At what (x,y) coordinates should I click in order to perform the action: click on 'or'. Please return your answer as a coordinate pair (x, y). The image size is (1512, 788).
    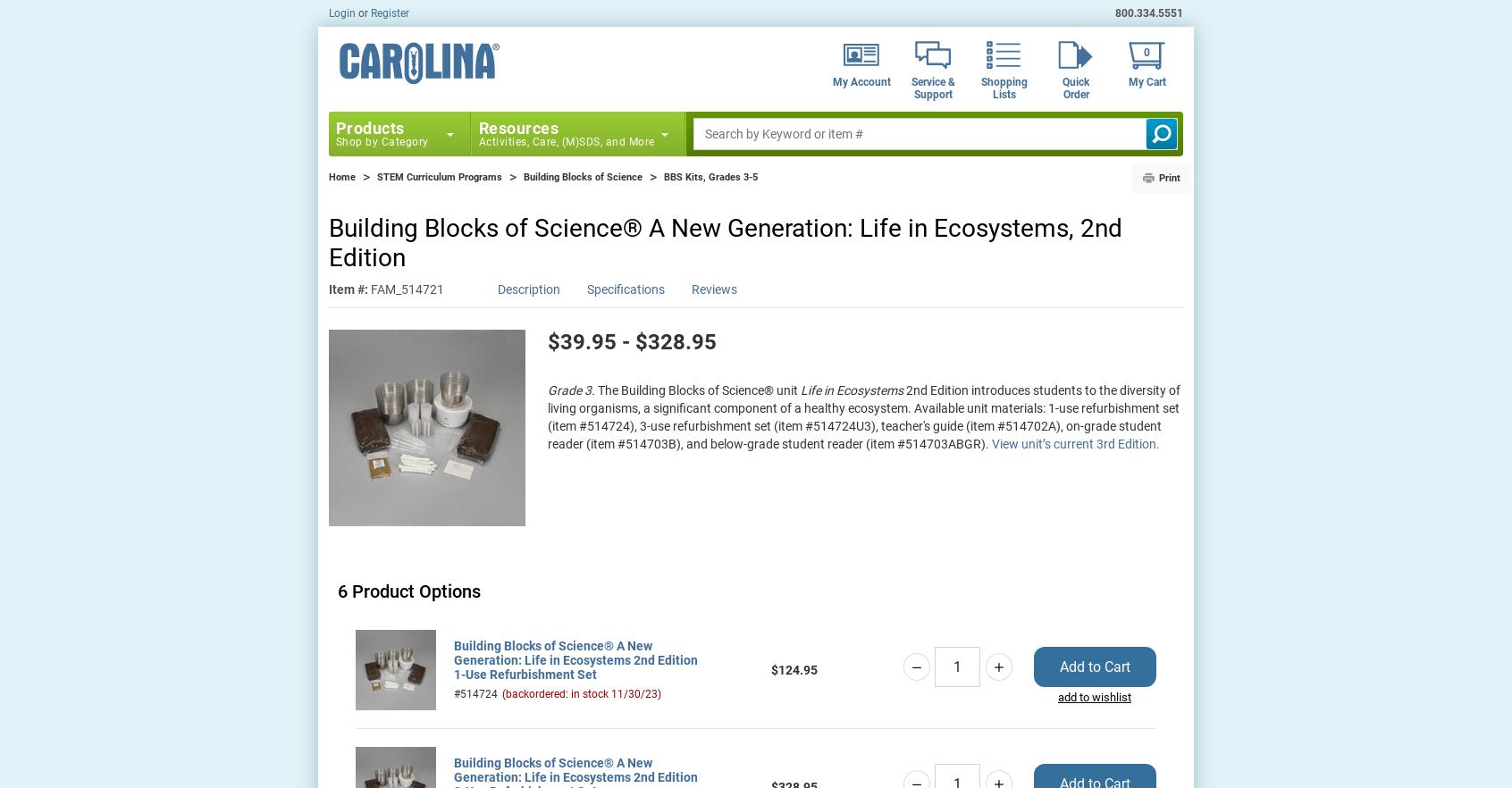
    Looking at the image, I should click on (364, 13).